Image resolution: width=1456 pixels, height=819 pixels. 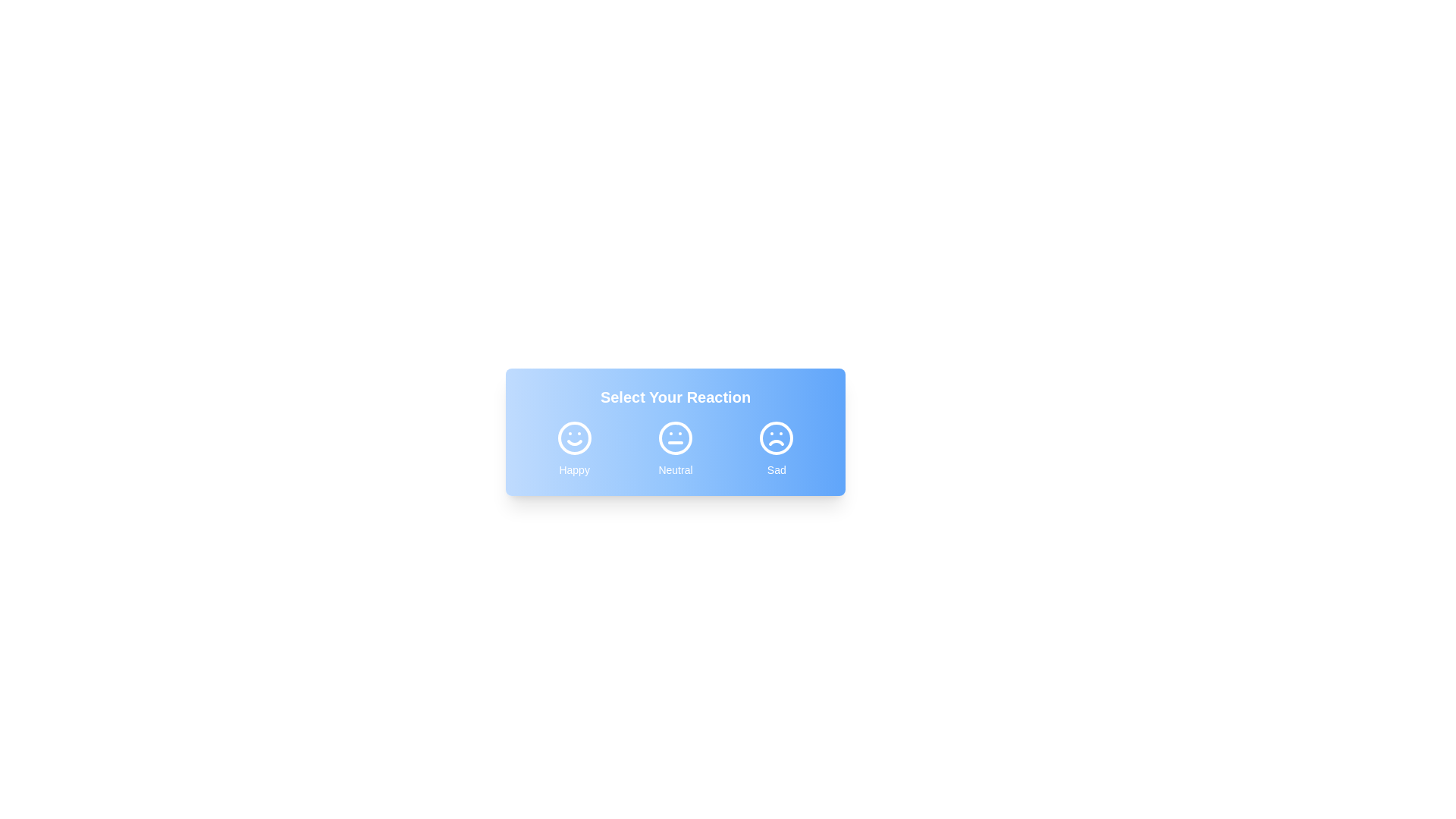 What do you see at coordinates (777, 447) in the screenshot?
I see `the button corresponding to the reaction Sad` at bounding box center [777, 447].